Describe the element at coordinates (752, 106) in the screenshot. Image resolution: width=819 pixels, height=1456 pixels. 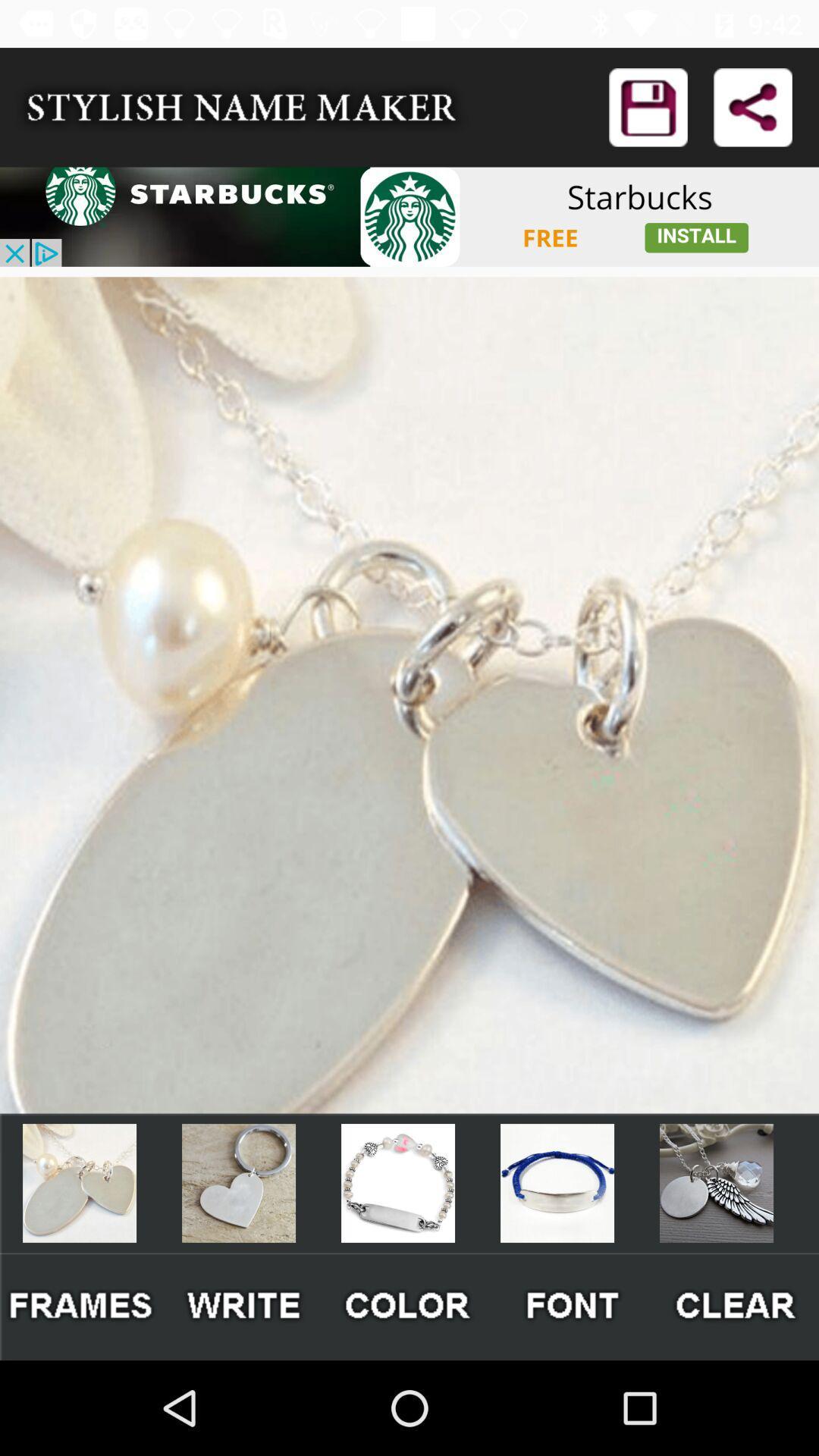
I see `share the product` at that location.